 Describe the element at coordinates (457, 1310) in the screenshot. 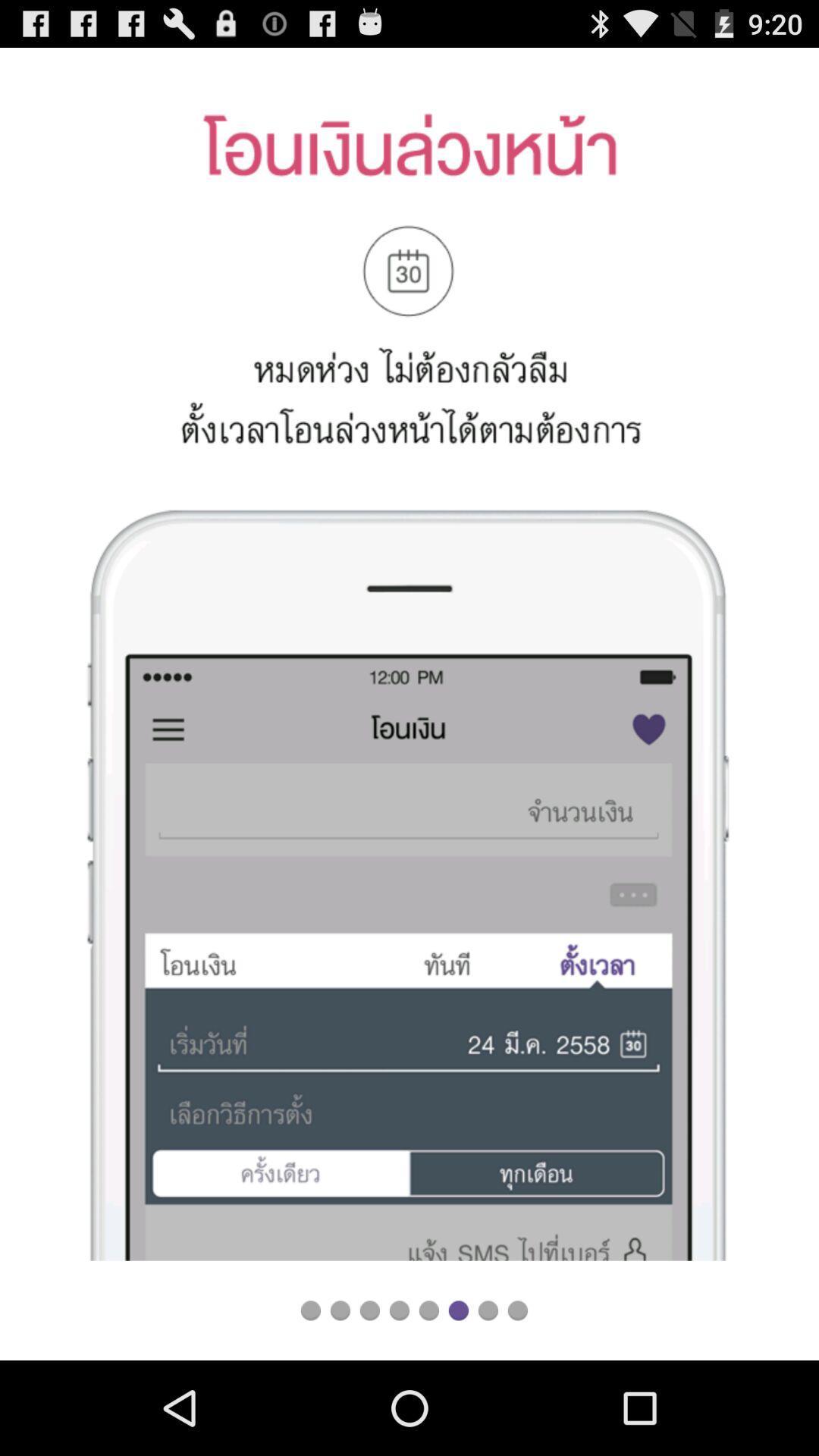

I see `move to next page` at that location.